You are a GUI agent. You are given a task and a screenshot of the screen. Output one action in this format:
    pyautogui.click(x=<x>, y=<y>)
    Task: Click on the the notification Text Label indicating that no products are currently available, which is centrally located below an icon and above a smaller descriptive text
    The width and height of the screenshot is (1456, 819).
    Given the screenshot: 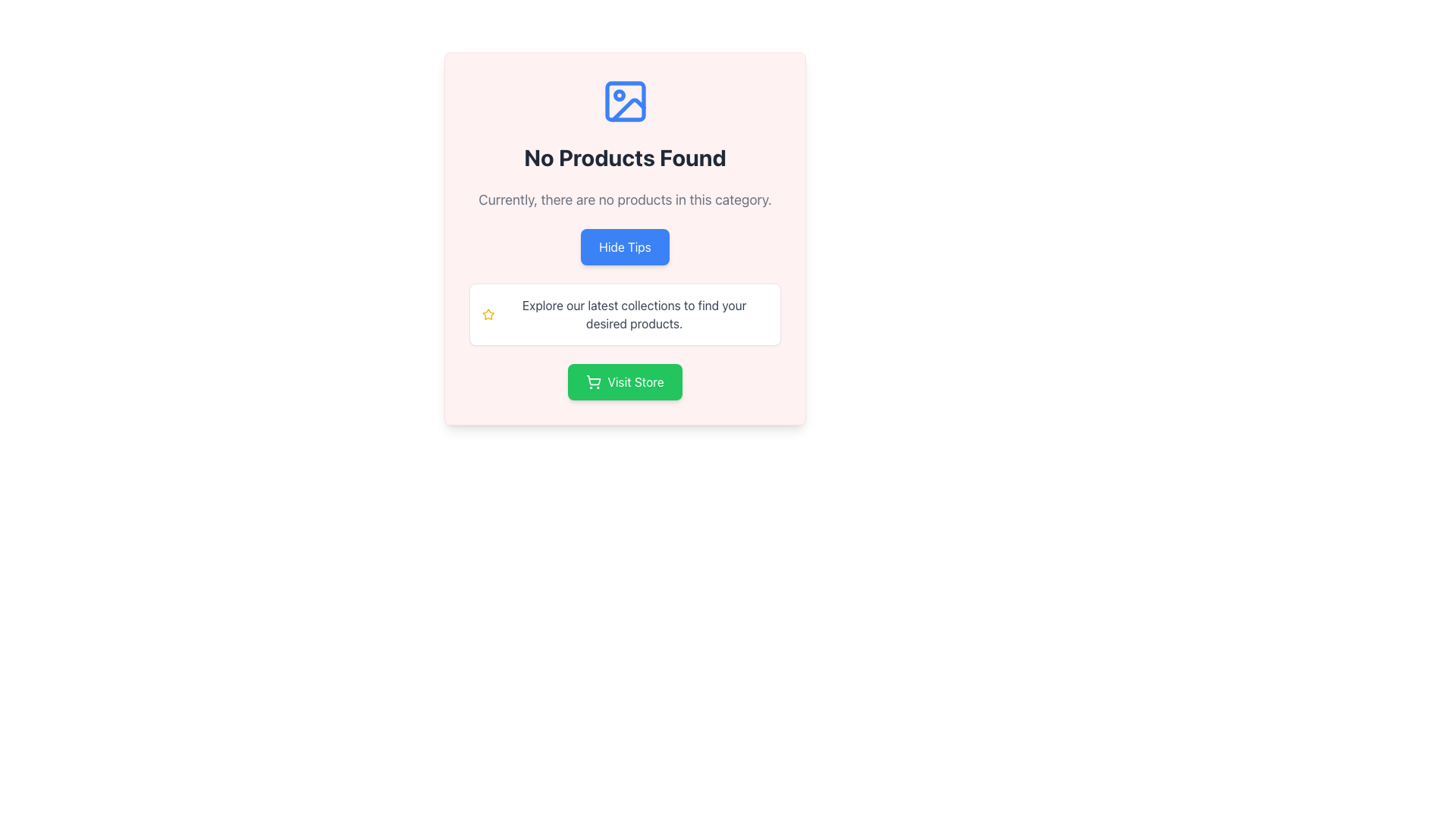 What is the action you would take?
    pyautogui.click(x=625, y=158)
    